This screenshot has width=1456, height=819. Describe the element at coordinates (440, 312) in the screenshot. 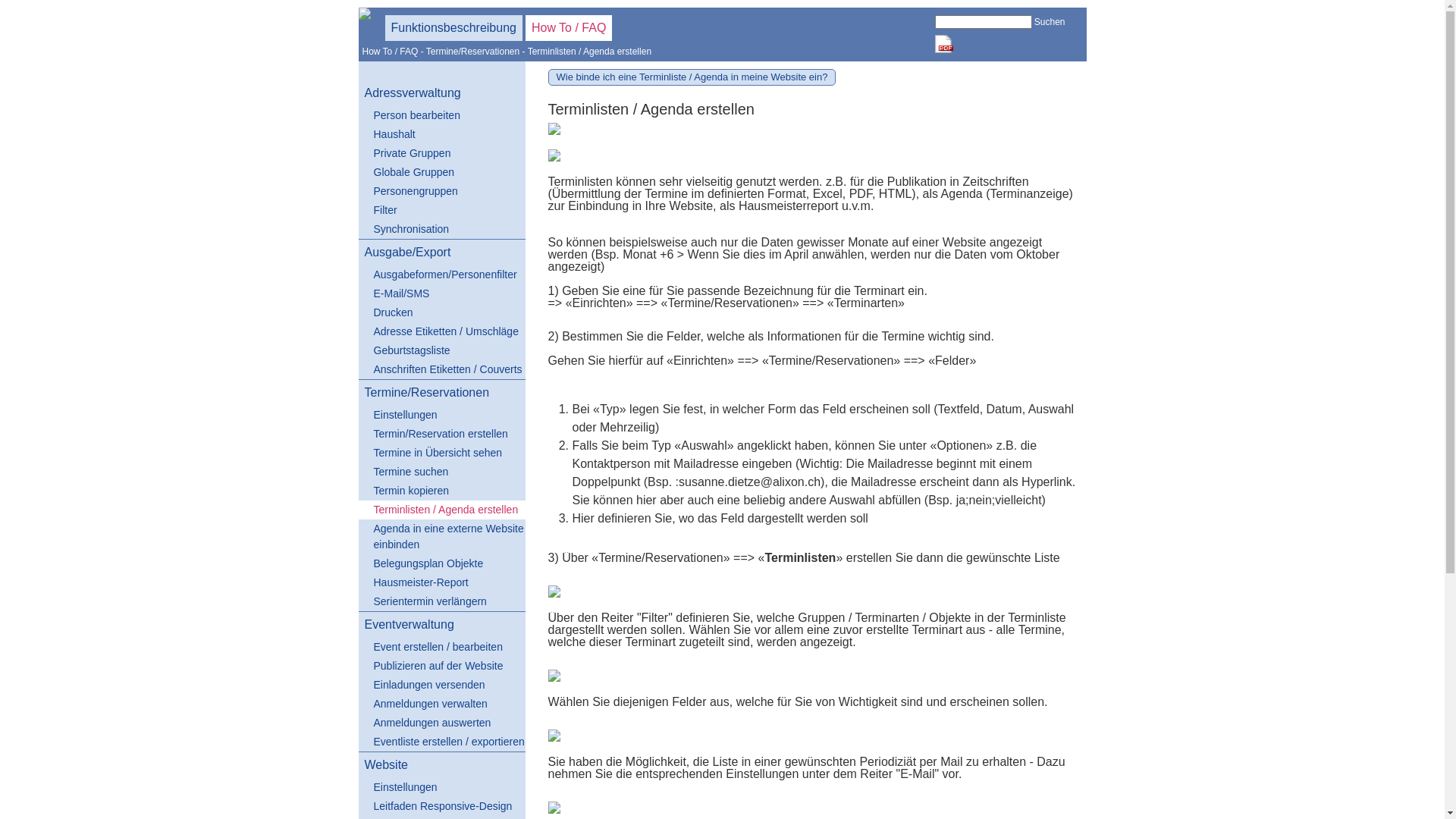

I see `'Drucken'` at that location.